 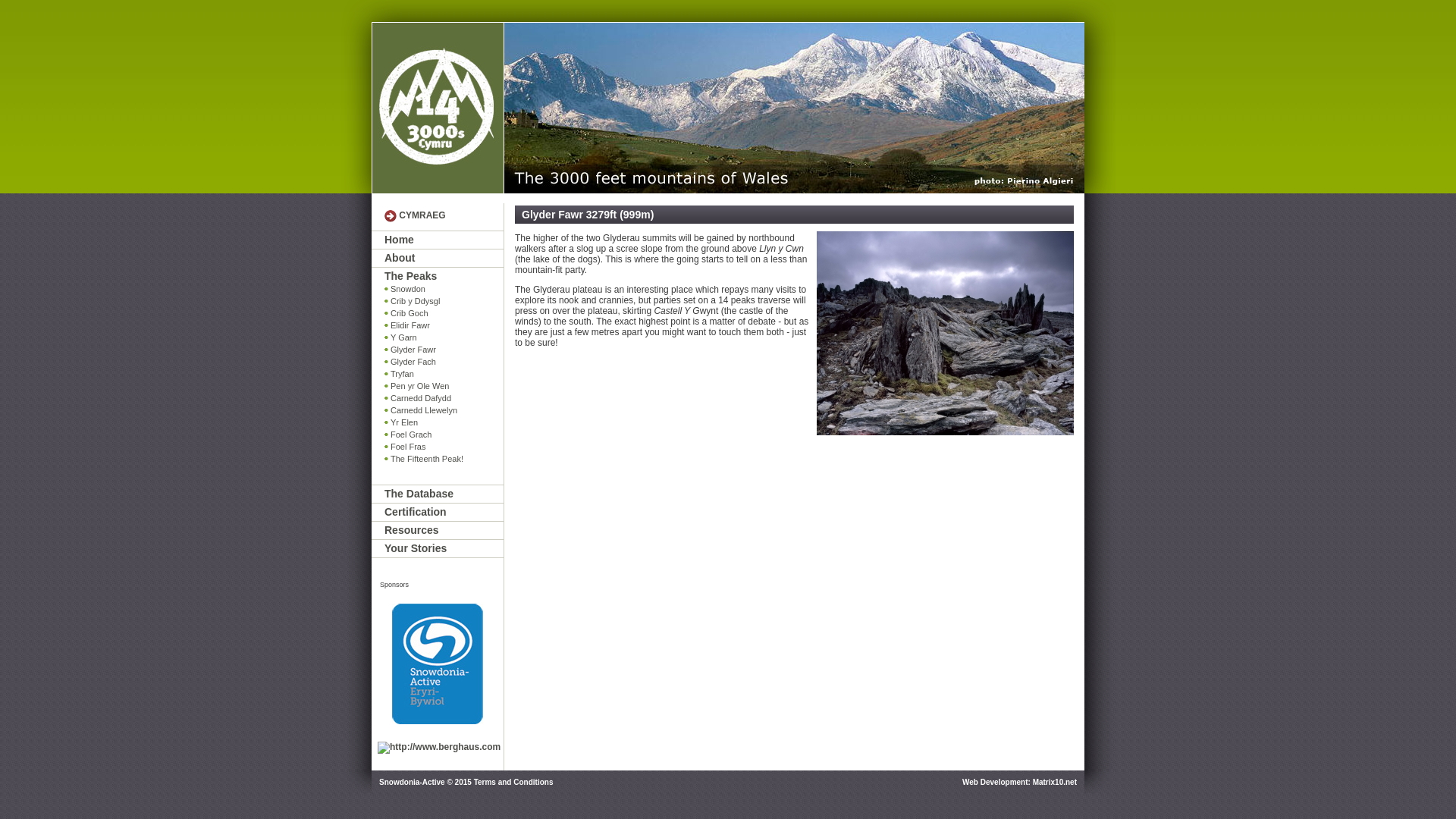 I want to click on 'The Peaks', so click(x=443, y=276).